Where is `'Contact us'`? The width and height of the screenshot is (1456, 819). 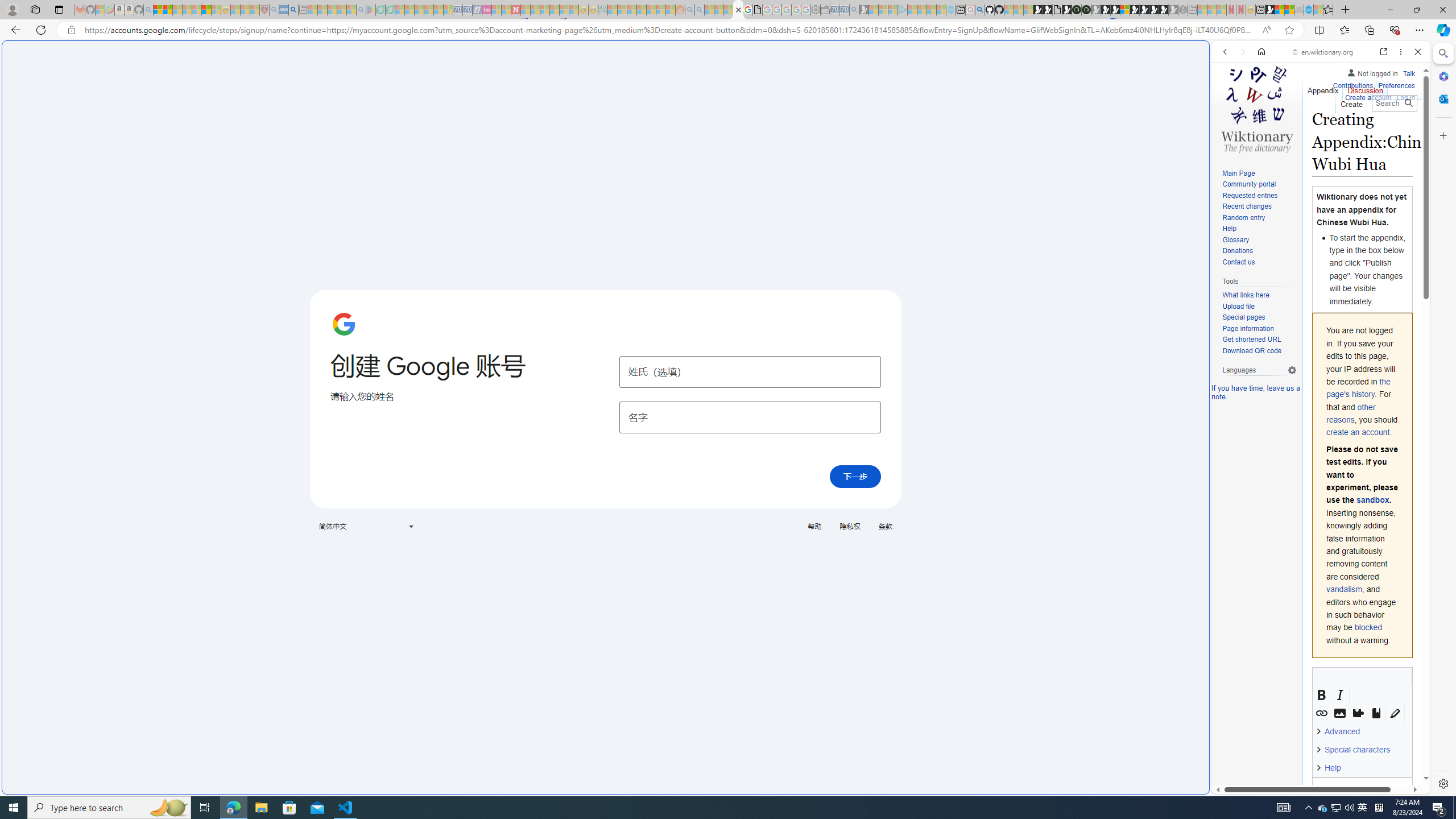
'Contact us' is located at coordinates (1259, 262).